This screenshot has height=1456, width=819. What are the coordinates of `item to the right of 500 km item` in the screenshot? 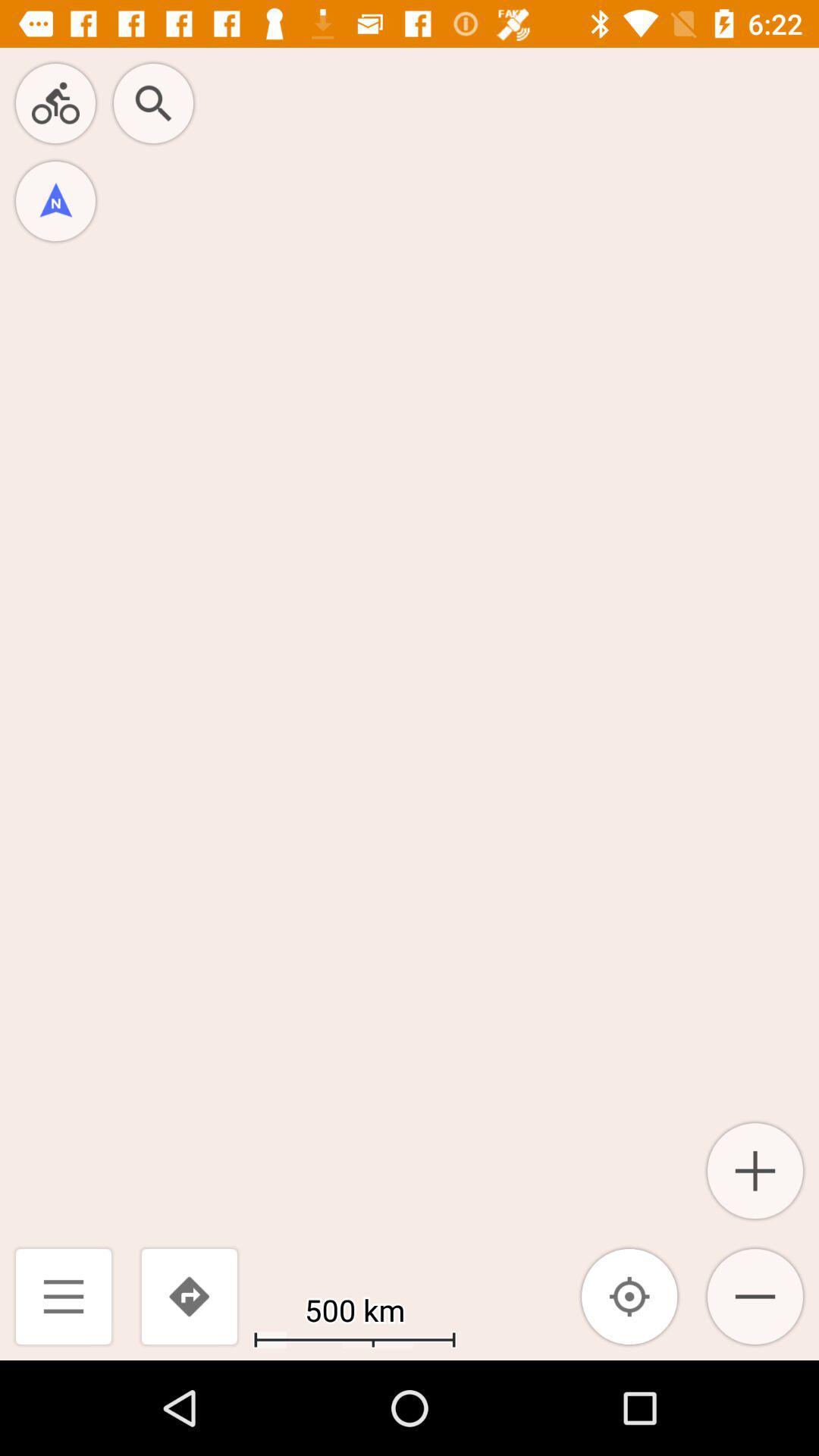 It's located at (629, 1295).